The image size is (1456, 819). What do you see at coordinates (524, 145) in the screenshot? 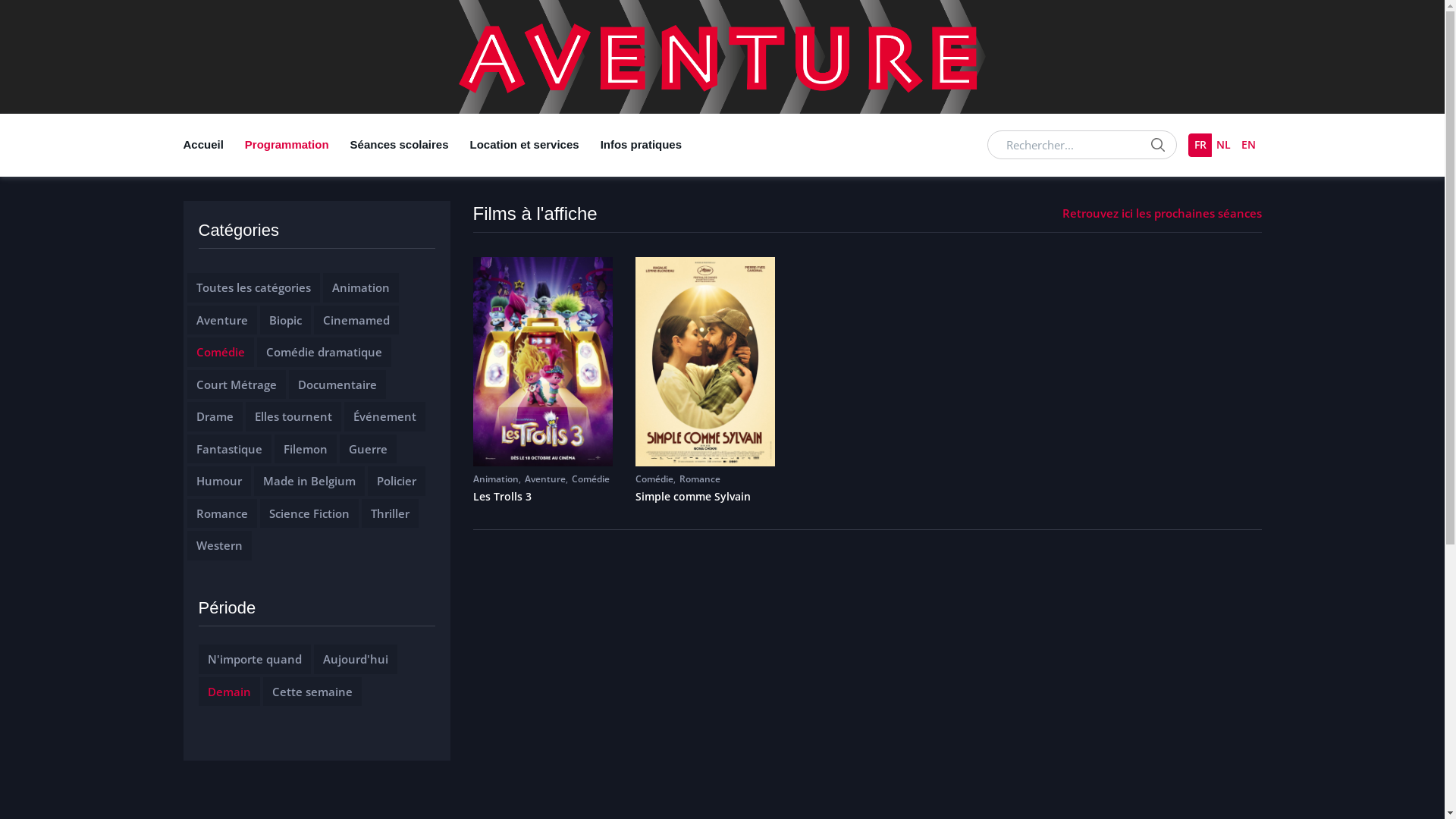
I see `'Location et services'` at bounding box center [524, 145].